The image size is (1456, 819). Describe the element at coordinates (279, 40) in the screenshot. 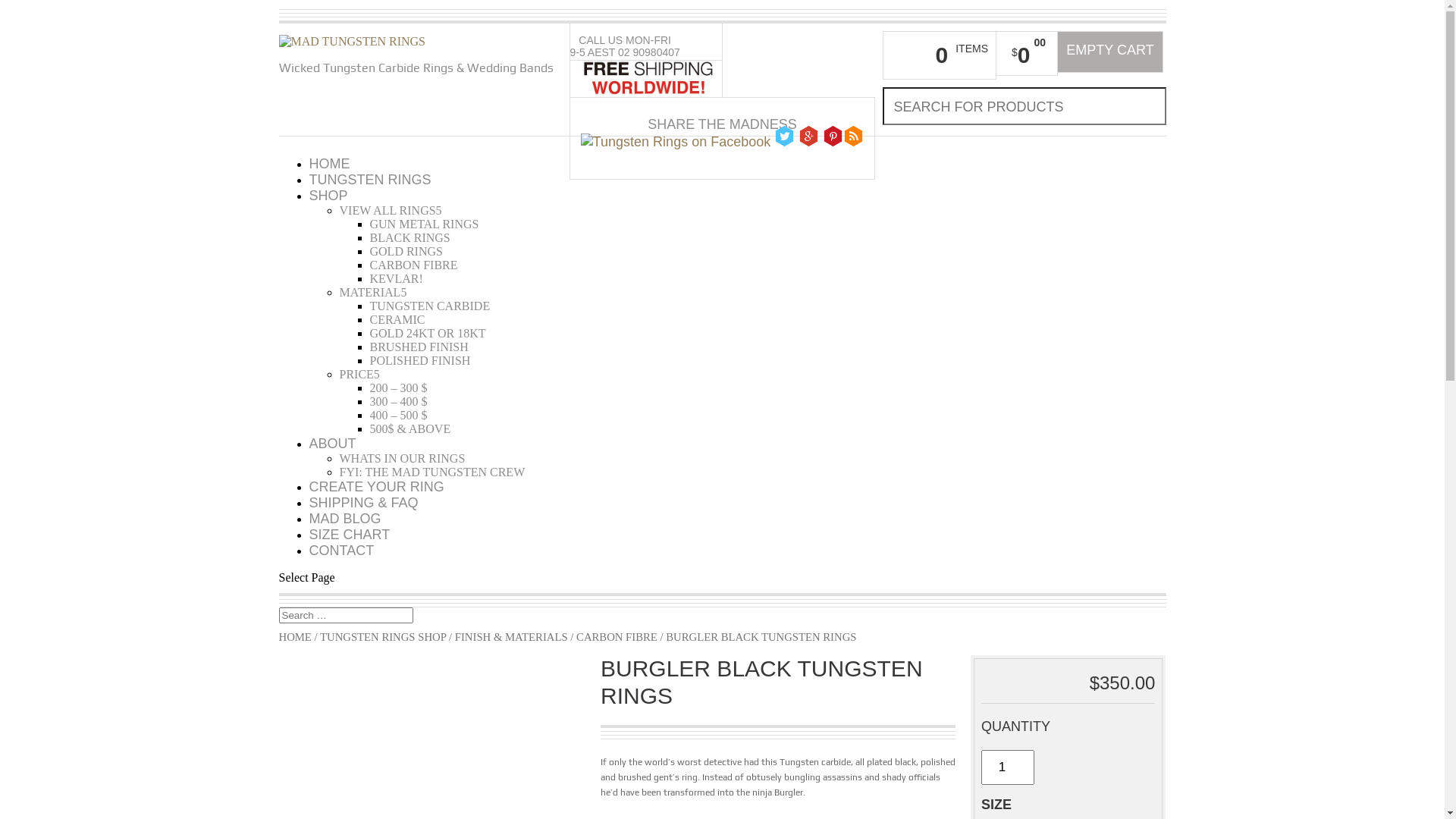

I see `'Mad tungsten rings'` at that location.